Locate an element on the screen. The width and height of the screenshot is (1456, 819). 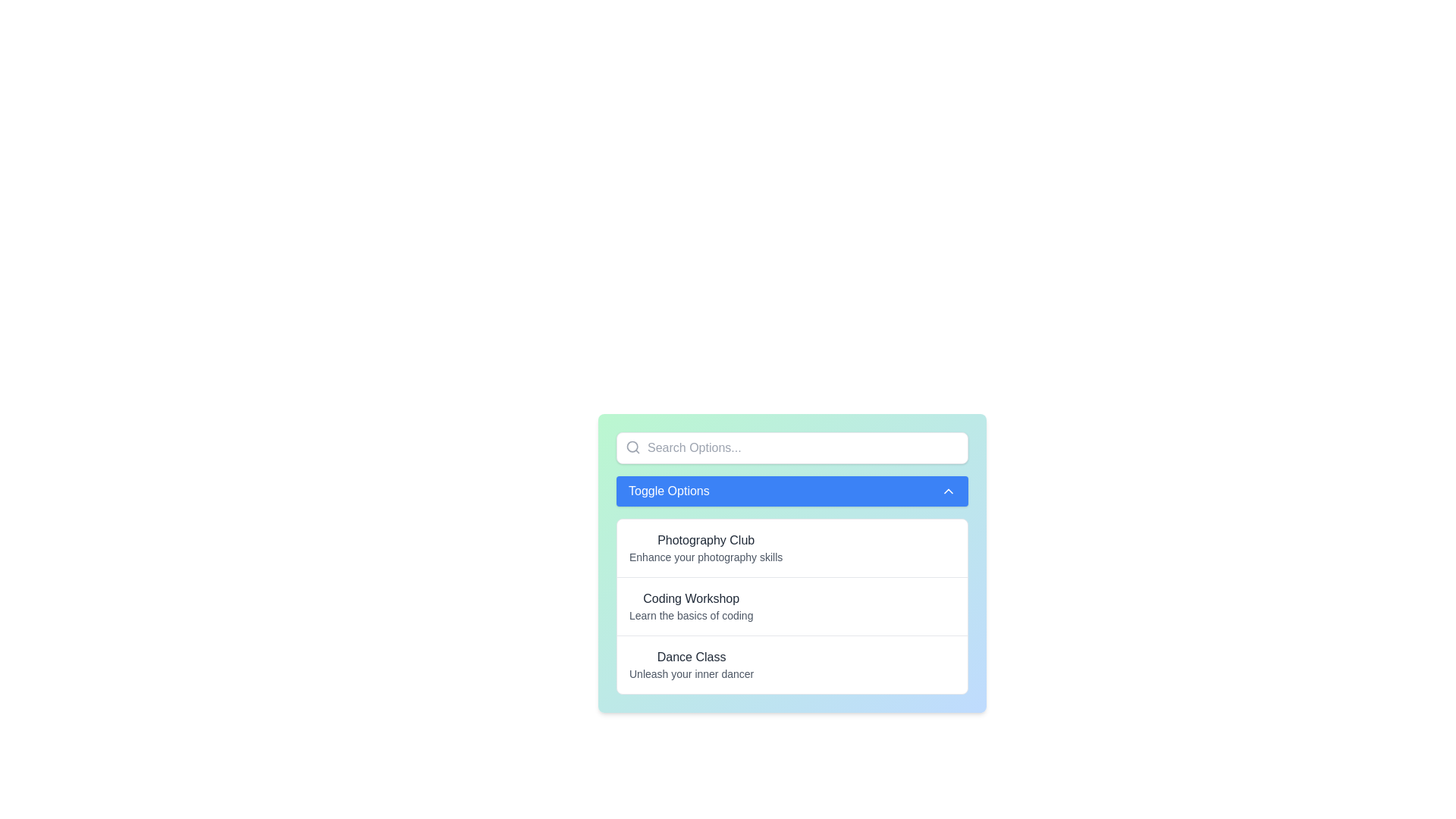
the third selectable list item labeled 'Dance Class' is located at coordinates (792, 663).